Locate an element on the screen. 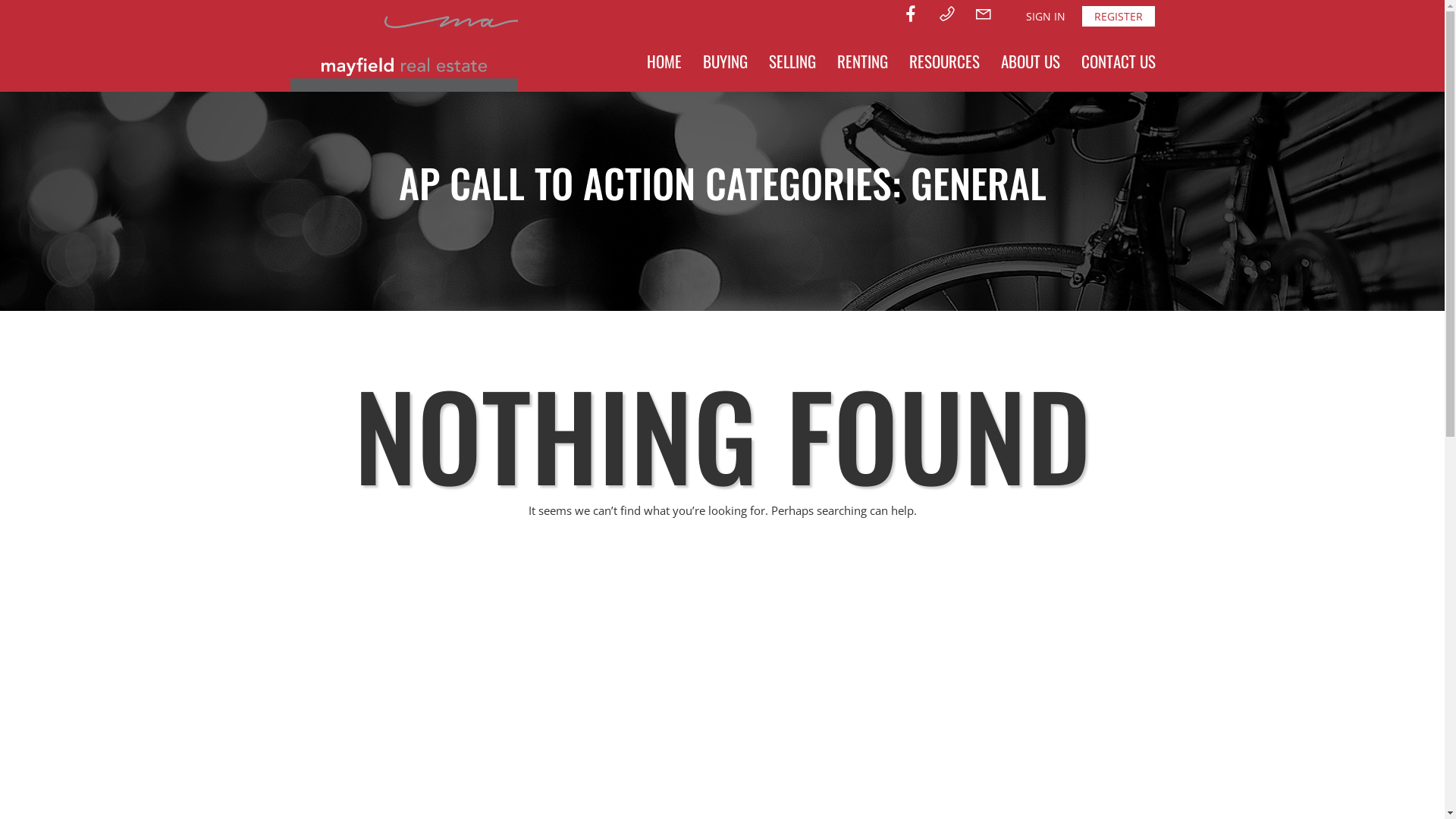 This screenshot has height=819, width=1456. 'HOME' is located at coordinates (663, 61).